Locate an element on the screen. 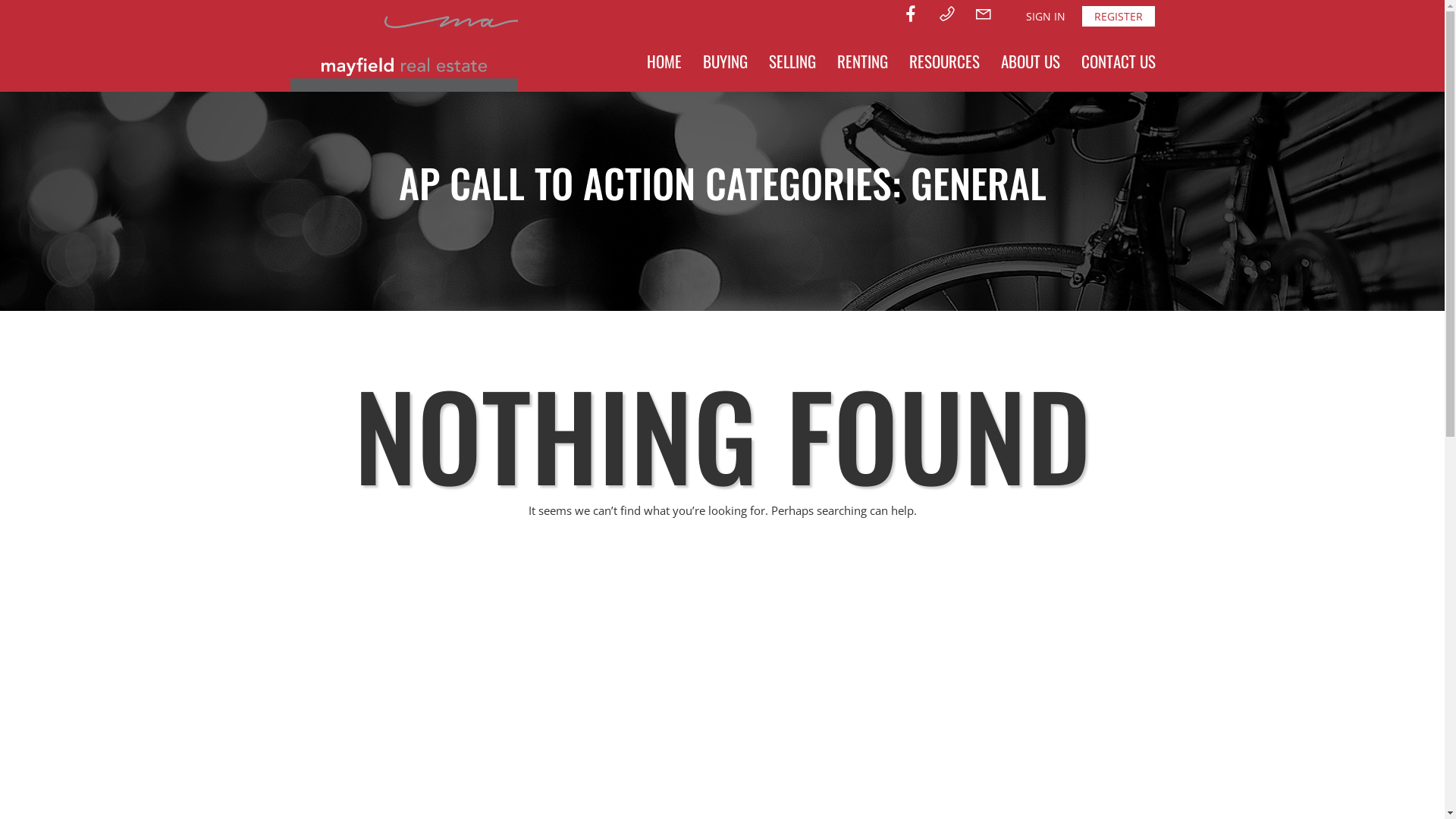 This screenshot has height=819, width=1456. 'HOME' is located at coordinates (663, 61).